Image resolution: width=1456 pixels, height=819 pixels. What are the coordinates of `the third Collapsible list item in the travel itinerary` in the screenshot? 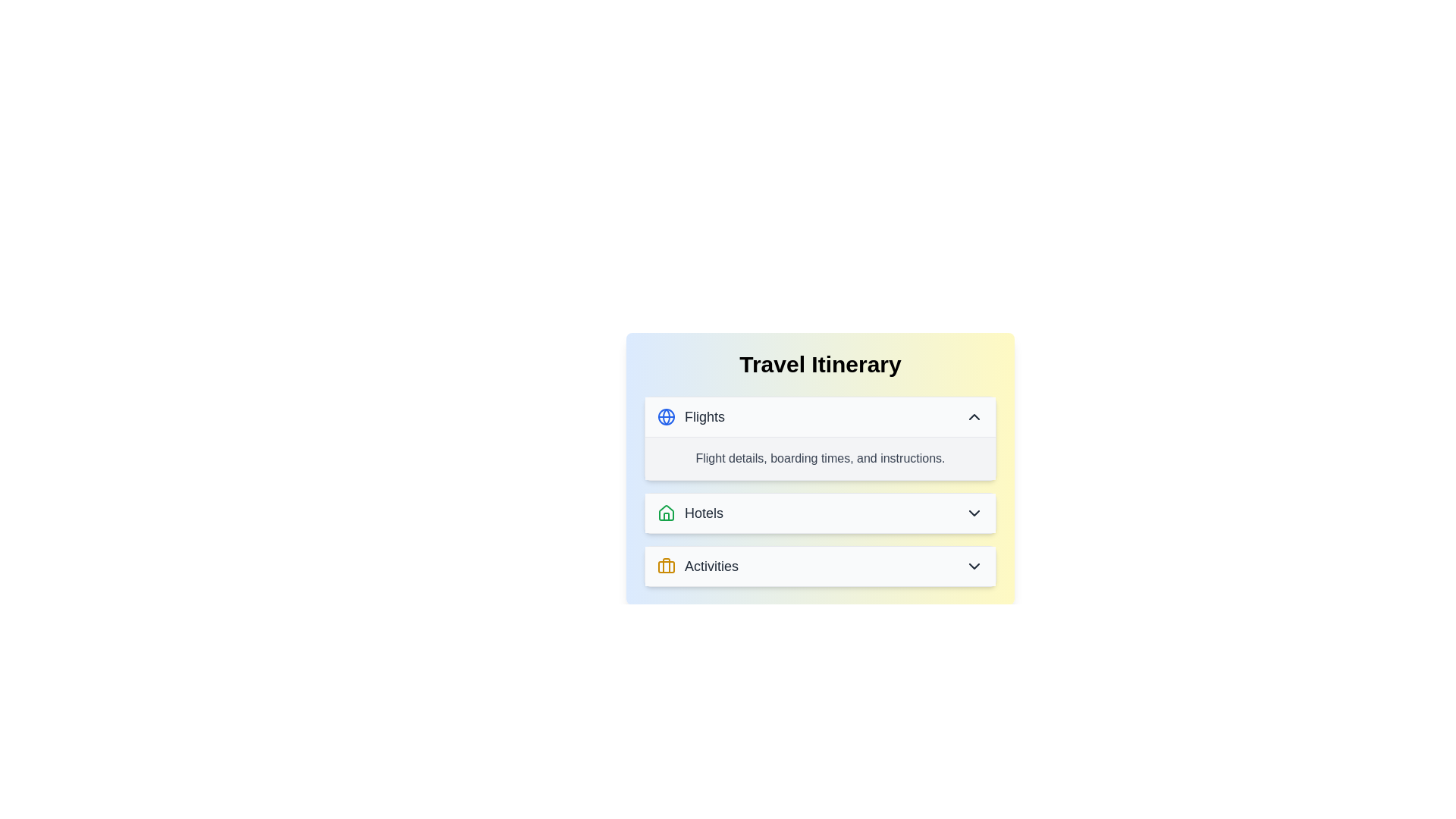 It's located at (819, 566).